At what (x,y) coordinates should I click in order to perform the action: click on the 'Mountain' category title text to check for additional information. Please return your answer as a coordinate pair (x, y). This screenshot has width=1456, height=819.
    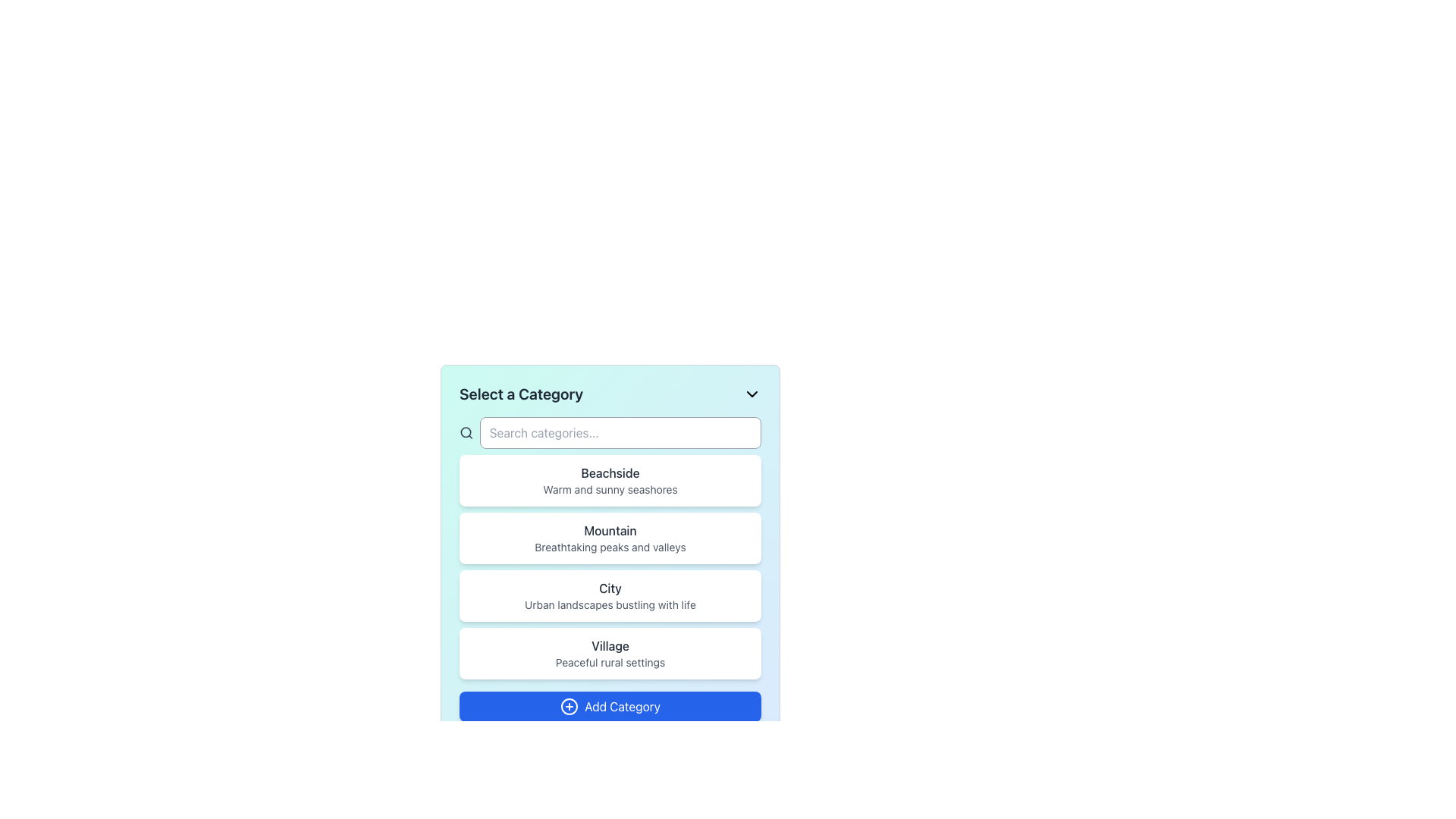
    Looking at the image, I should click on (610, 529).